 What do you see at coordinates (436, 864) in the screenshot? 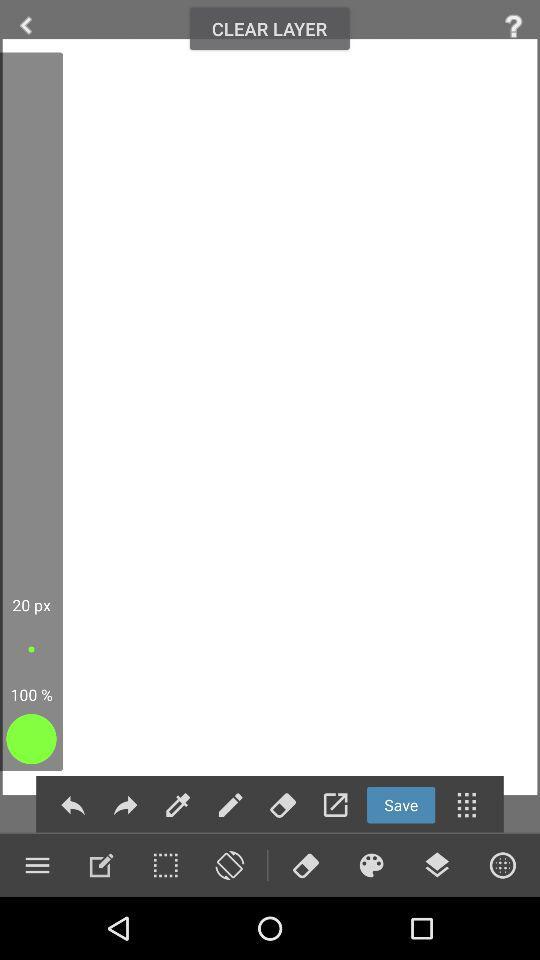
I see `menu button` at bounding box center [436, 864].